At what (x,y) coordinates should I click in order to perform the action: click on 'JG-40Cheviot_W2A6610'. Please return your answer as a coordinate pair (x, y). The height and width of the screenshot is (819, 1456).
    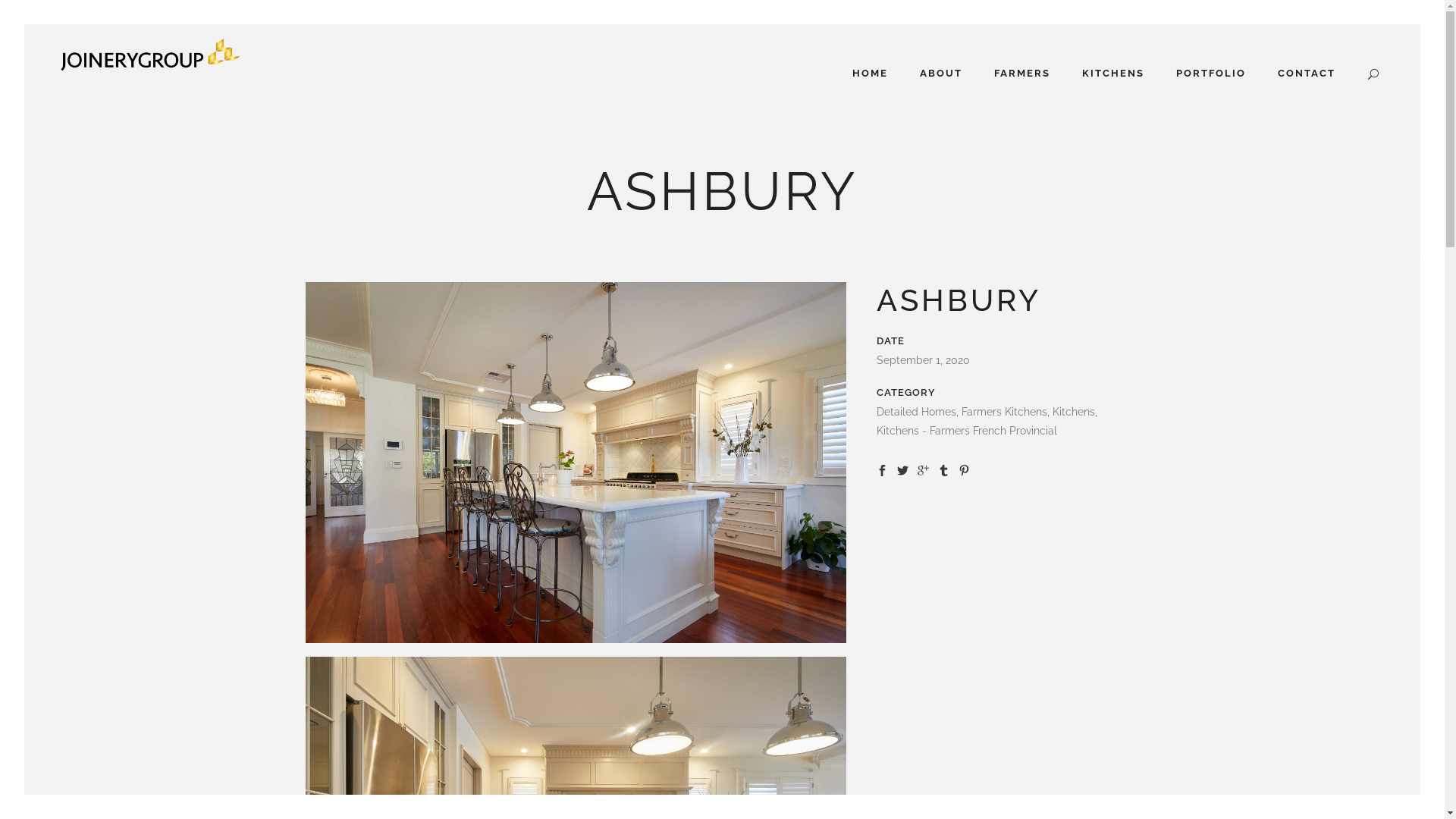
    Looking at the image, I should click on (574, 461).